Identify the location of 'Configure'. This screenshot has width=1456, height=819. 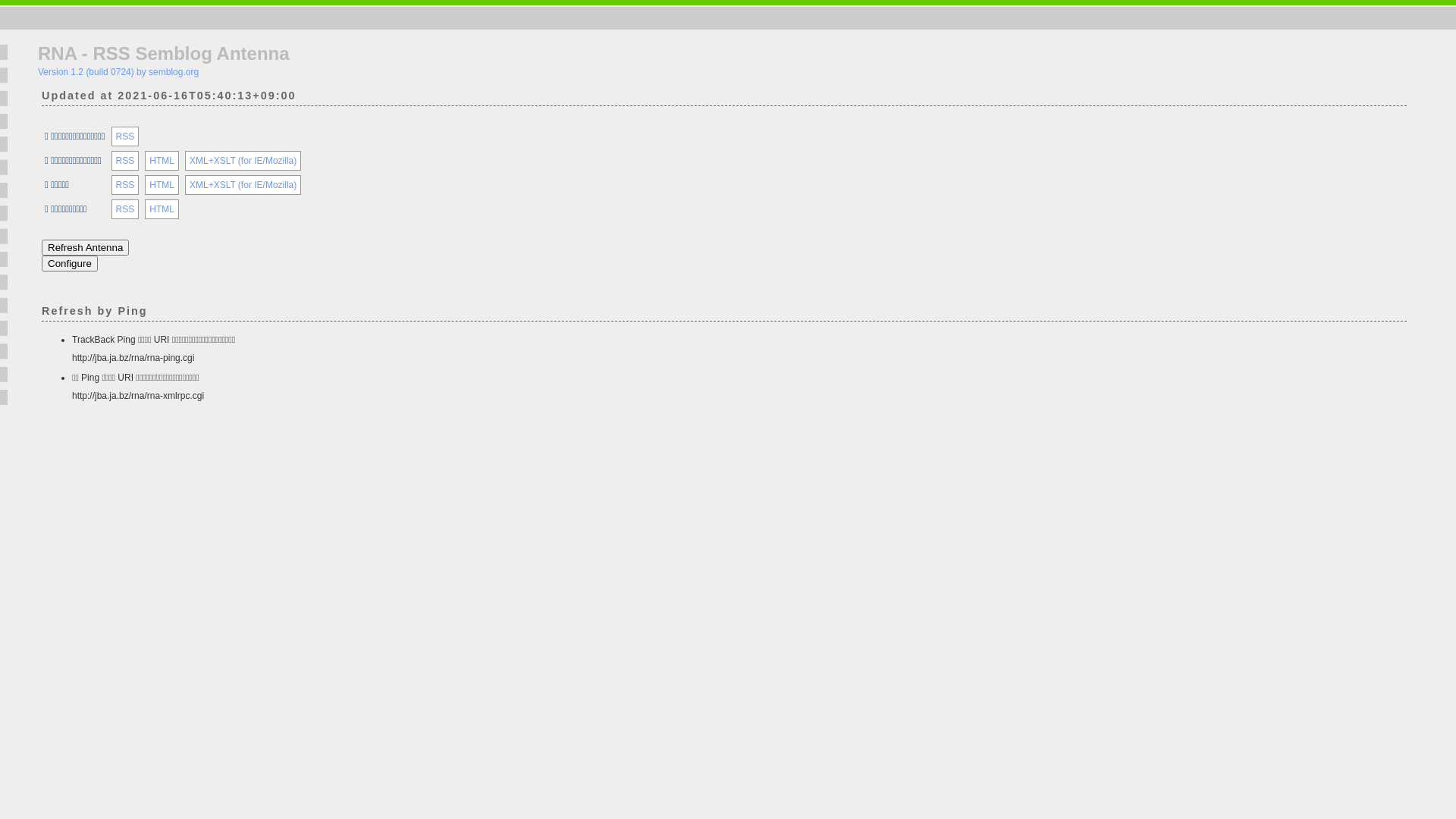
(68, 262).